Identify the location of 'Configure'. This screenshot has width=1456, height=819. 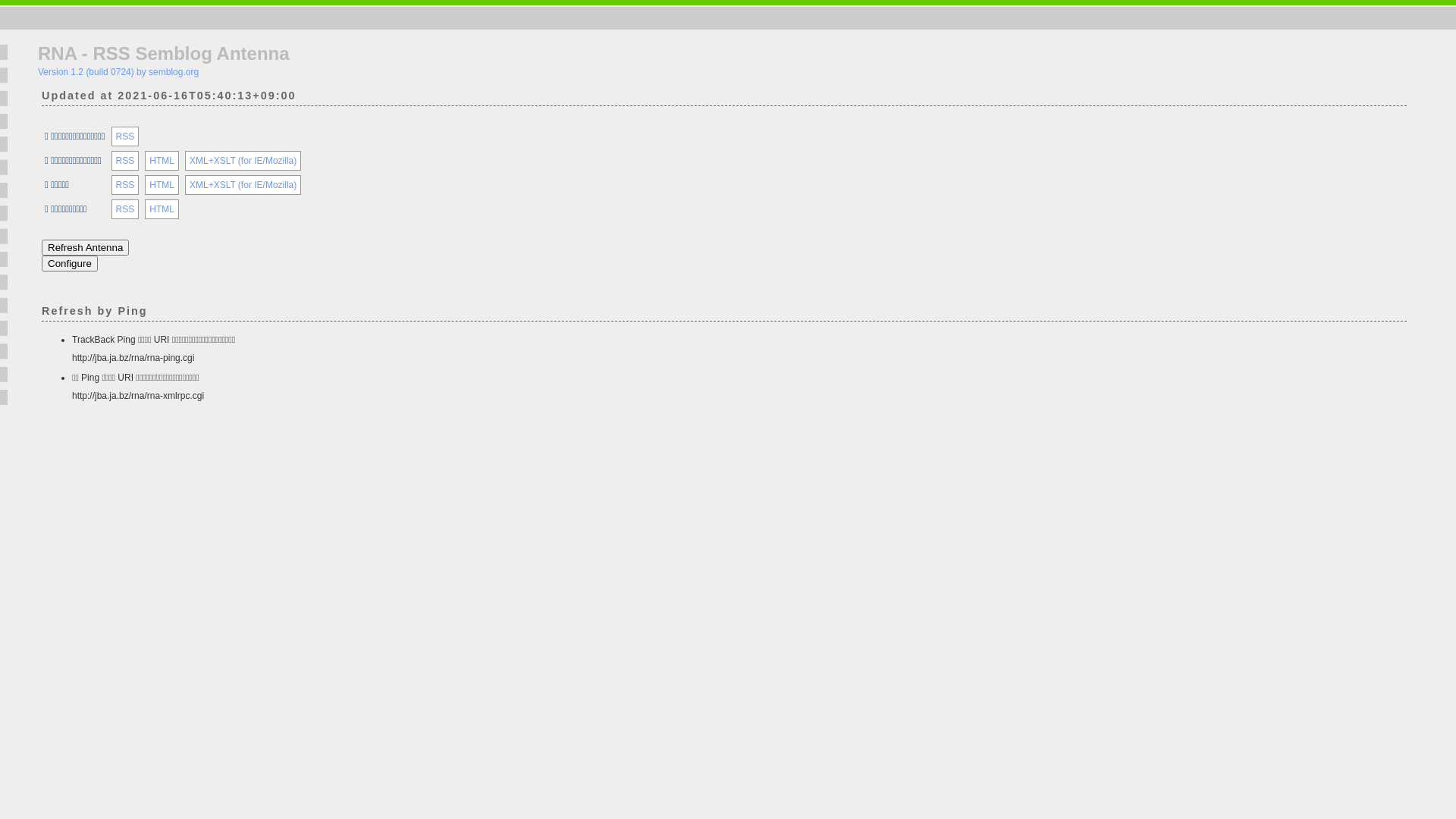
(68, 262).